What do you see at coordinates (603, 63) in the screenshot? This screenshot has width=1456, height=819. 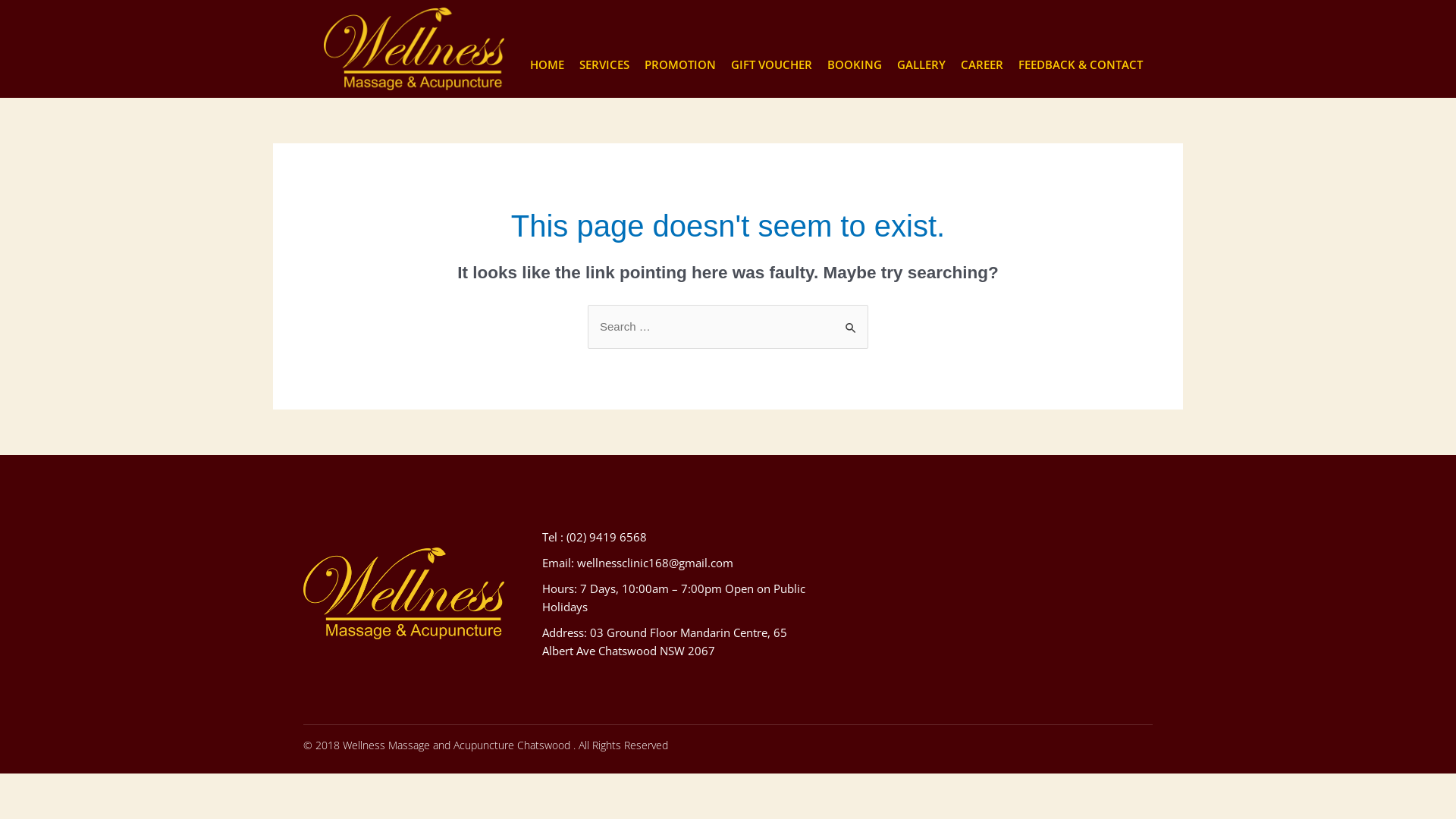 I see `'SERVICES'` at bounding box center [603, 63].